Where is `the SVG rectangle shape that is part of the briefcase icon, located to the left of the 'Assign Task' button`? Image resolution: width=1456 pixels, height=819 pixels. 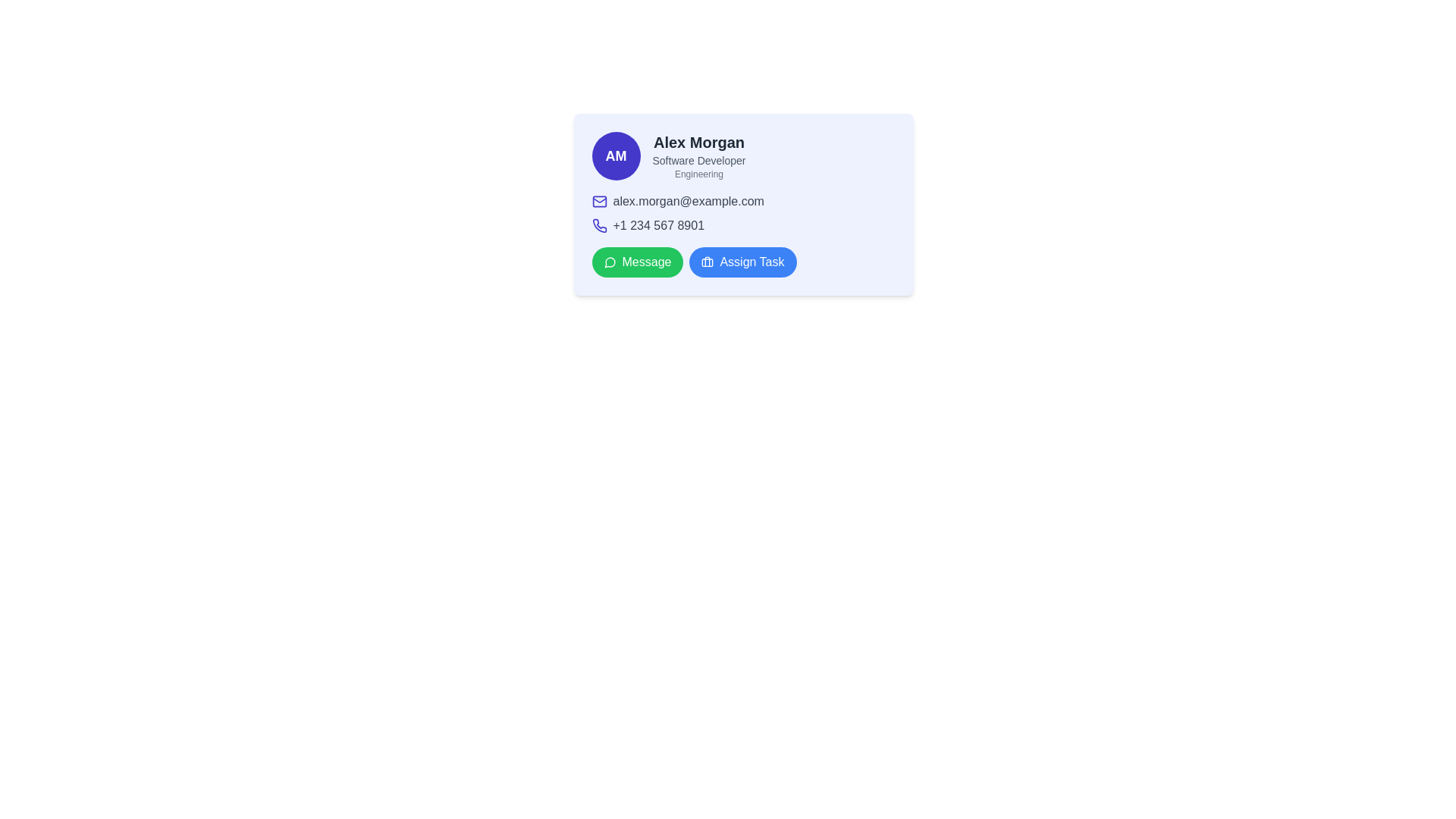 the SVG rectangle shape that is part of the briefcase icon, located to the left of the 'Assign Task' button is located at coordinates (707, 262).